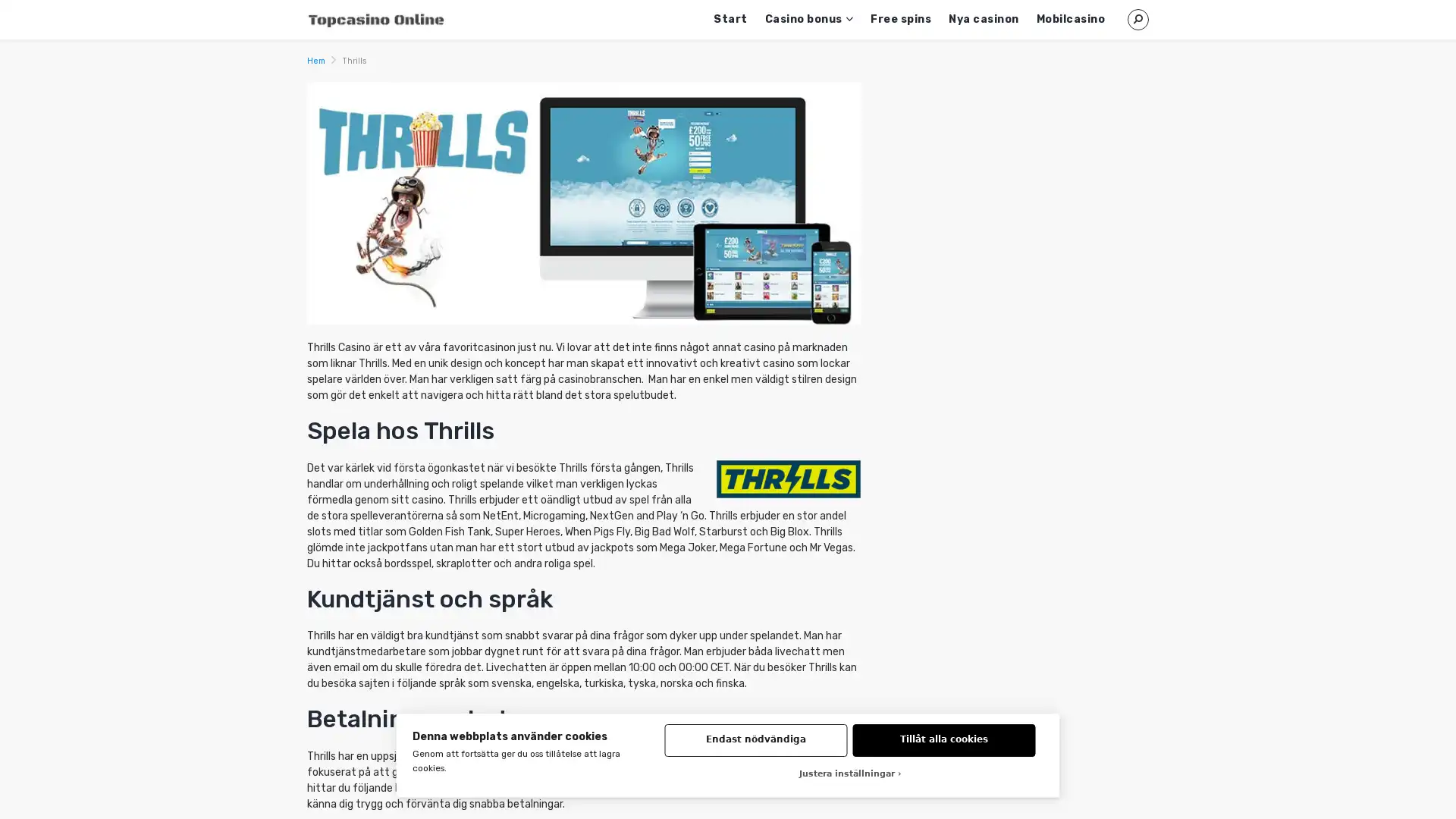 Image resolution: width=1456 pixels, height=819 pixels. Describe the element at coordinates (755, 739) in the screenshot. I see `Endast nodvandiga` at that location.